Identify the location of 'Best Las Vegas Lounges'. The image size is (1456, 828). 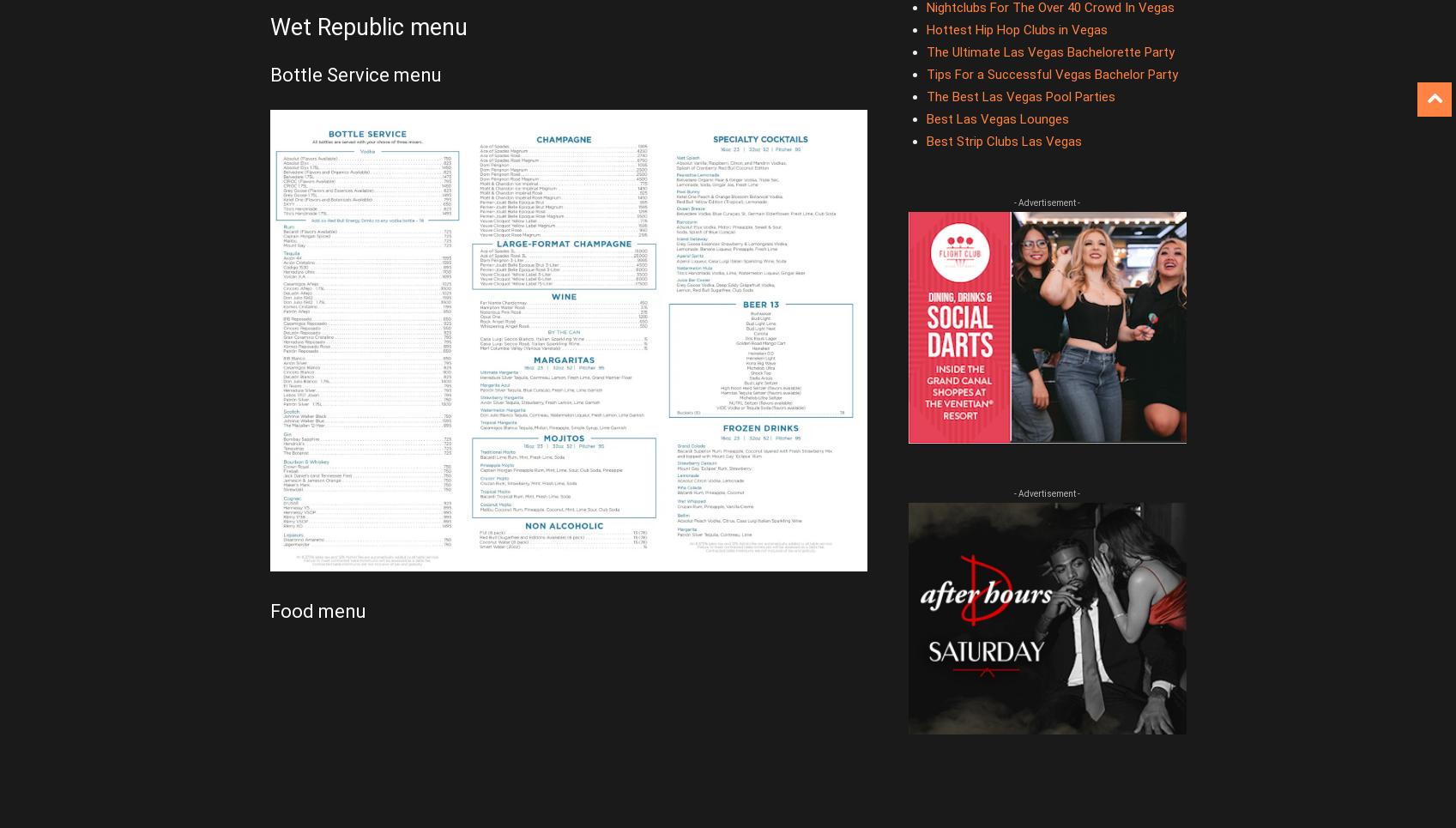
(924, 118).